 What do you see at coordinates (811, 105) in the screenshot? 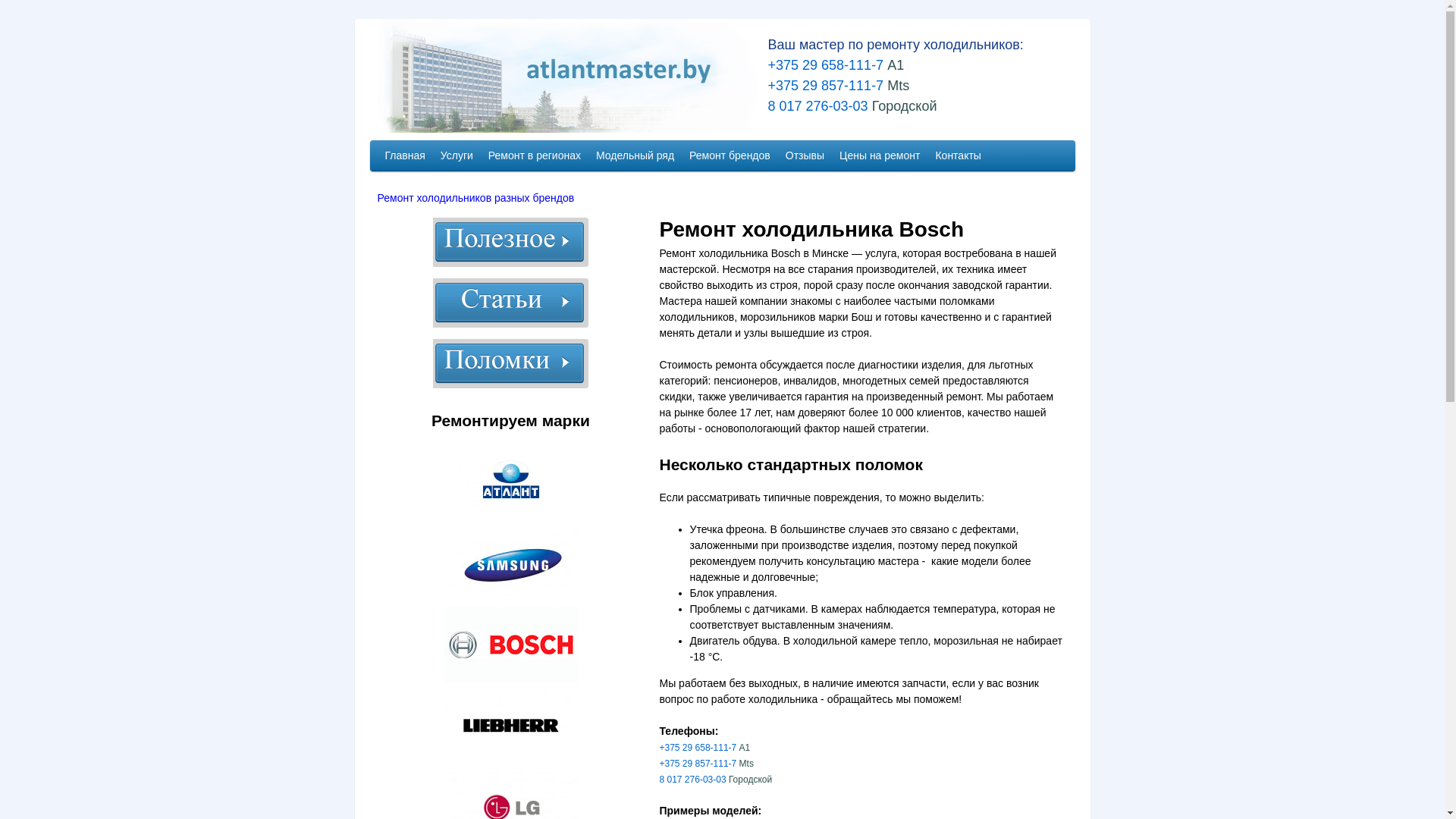
I see `'   8 017 276-03-03'` at bounding box center [811, 105].